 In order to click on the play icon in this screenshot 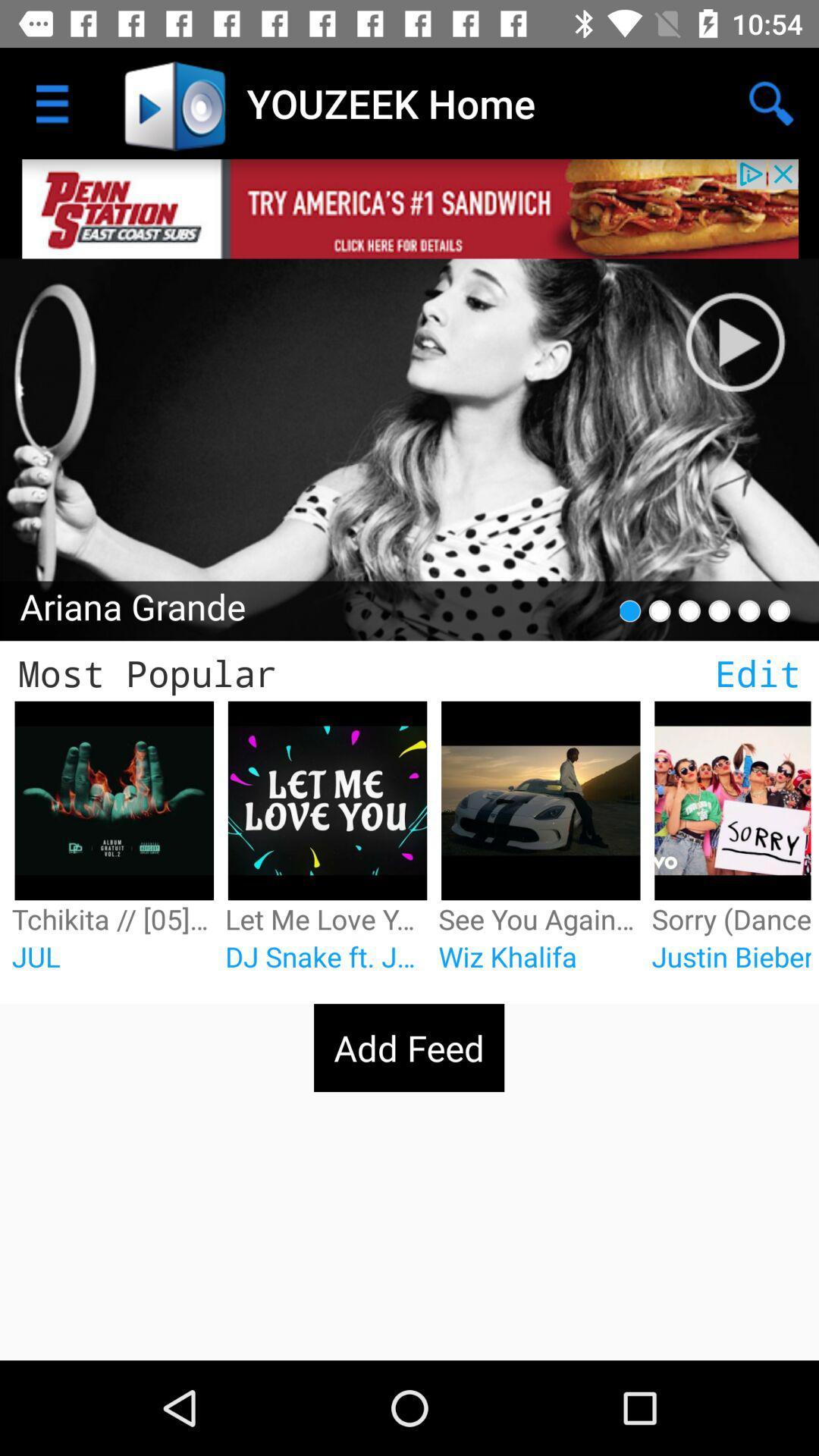, I will do `click(751, 325)`.